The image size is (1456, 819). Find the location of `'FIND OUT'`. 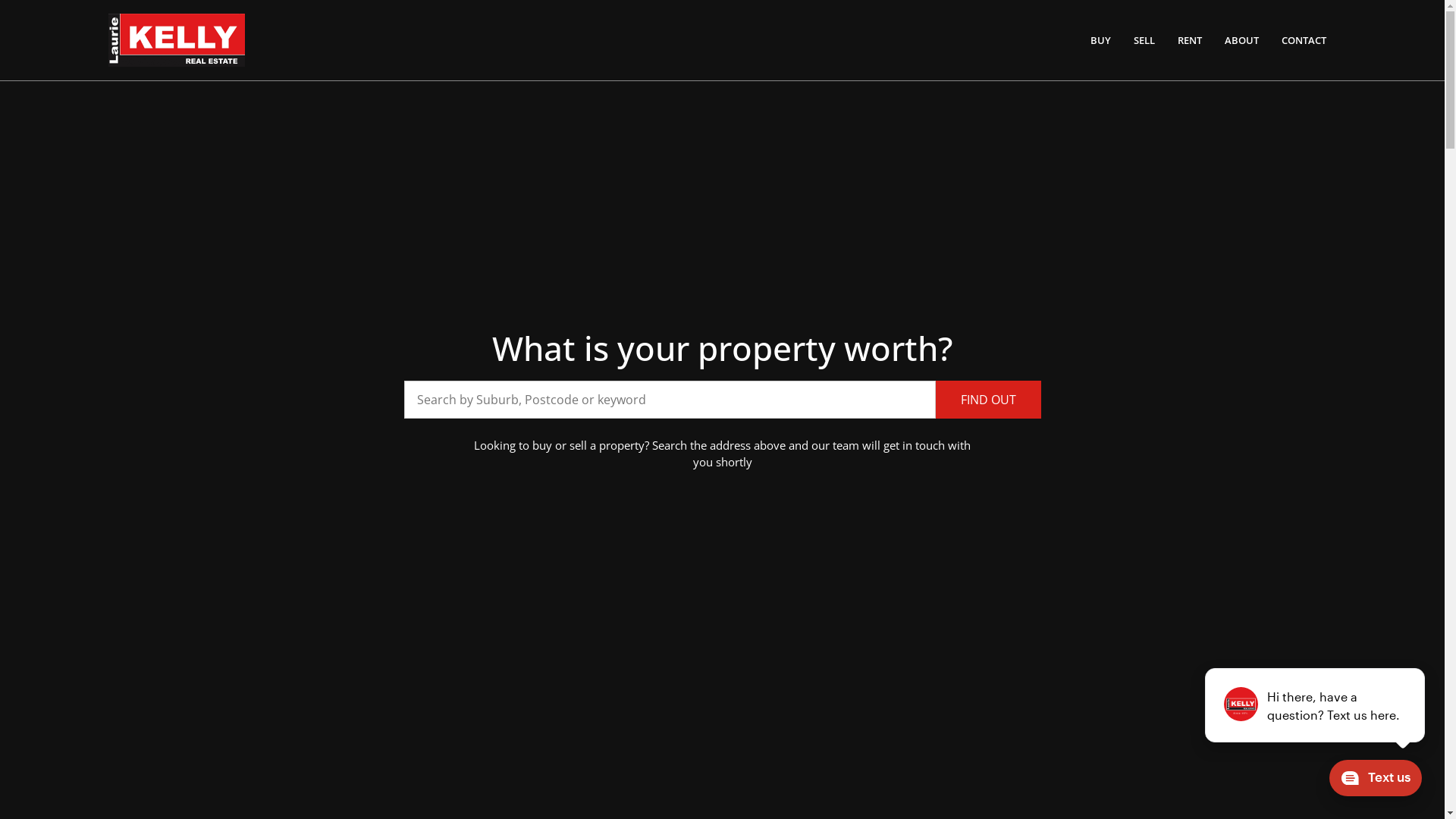

'FIND OUT' is located at coordinates (988, 399).